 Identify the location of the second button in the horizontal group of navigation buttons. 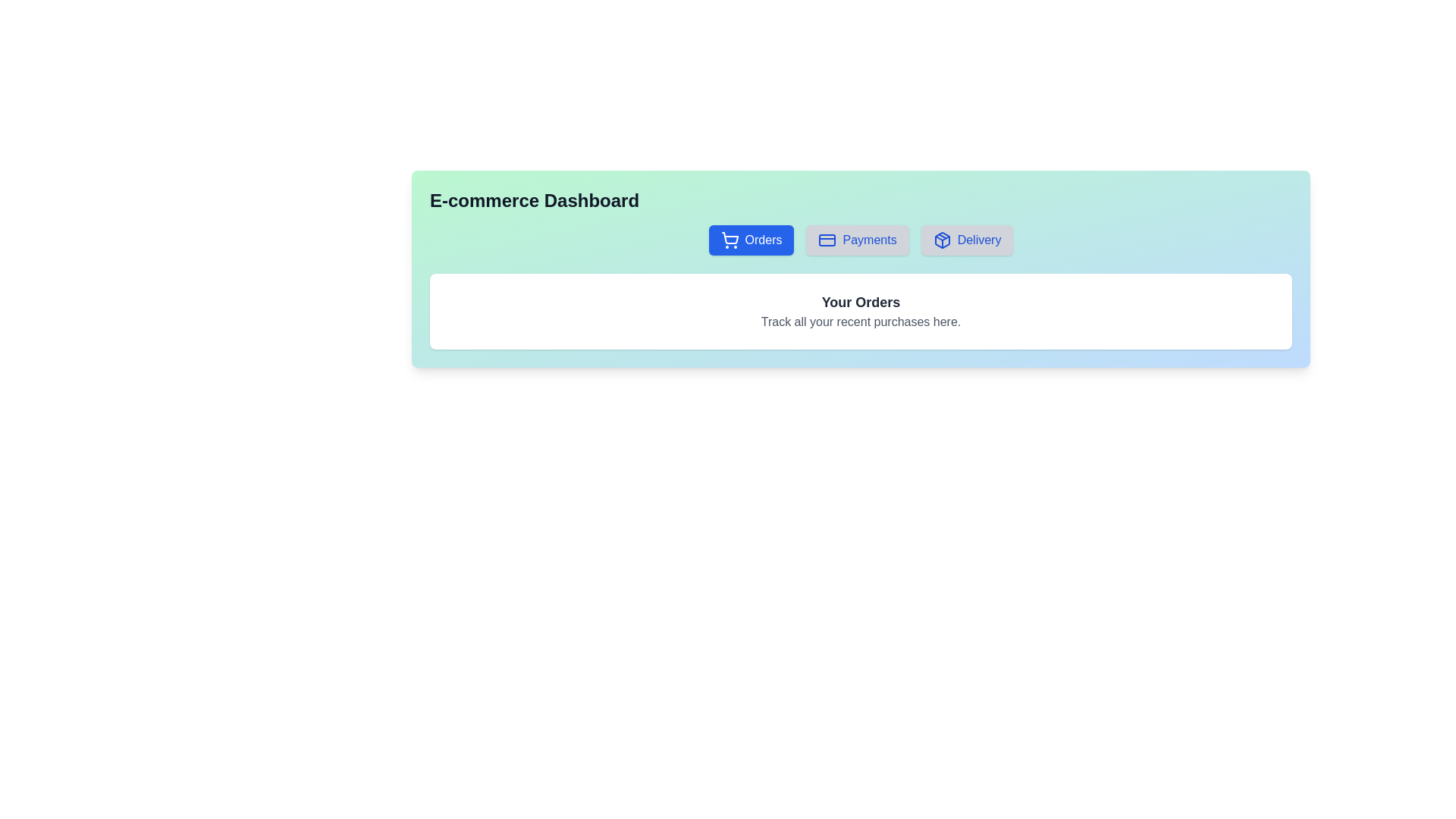
(858, 239).